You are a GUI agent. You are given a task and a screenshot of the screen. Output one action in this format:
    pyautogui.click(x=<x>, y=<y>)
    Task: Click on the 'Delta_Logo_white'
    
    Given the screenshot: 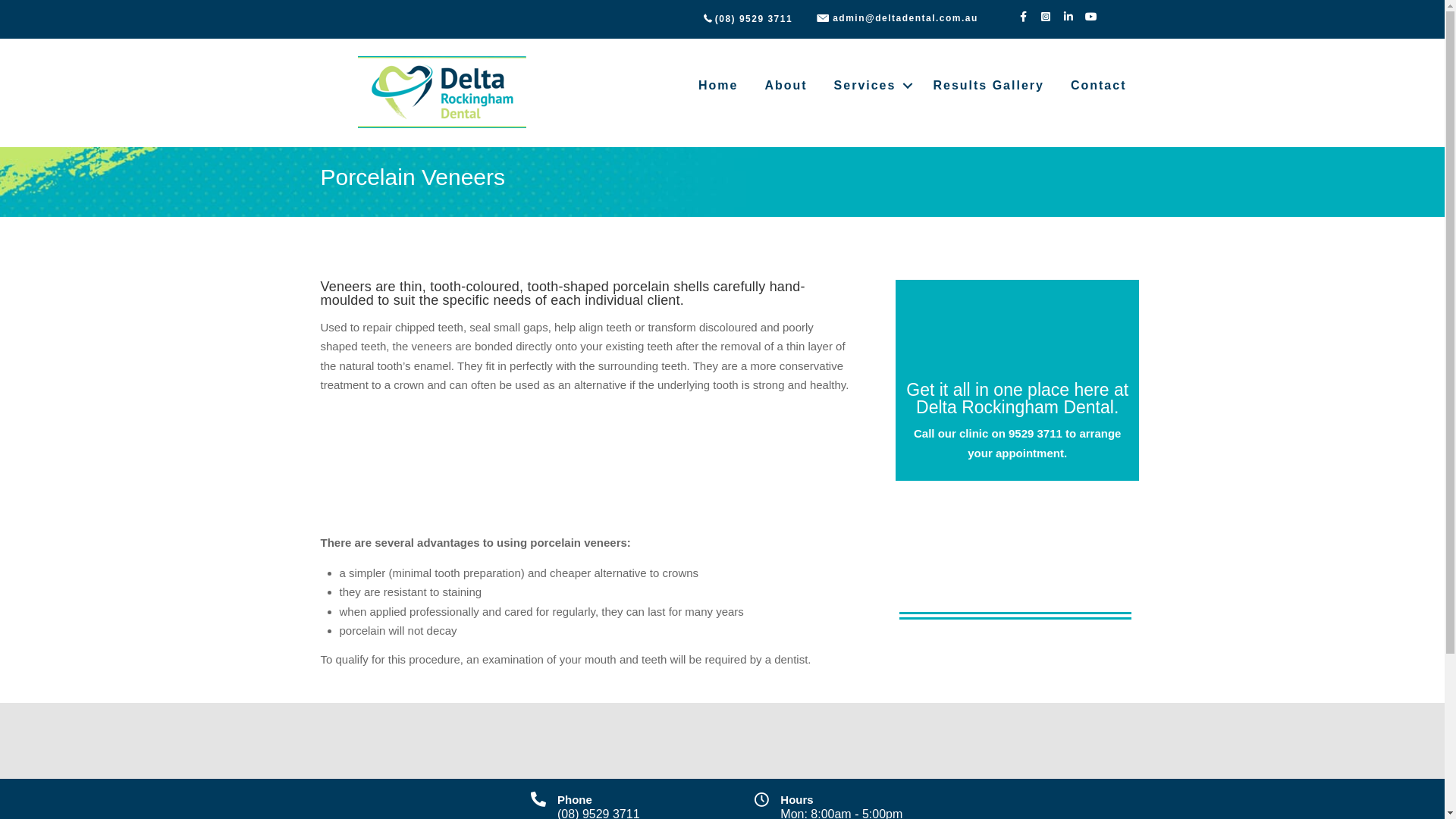 What is the action you would take?
    pyautogui.click(x=1018, y=333)
    